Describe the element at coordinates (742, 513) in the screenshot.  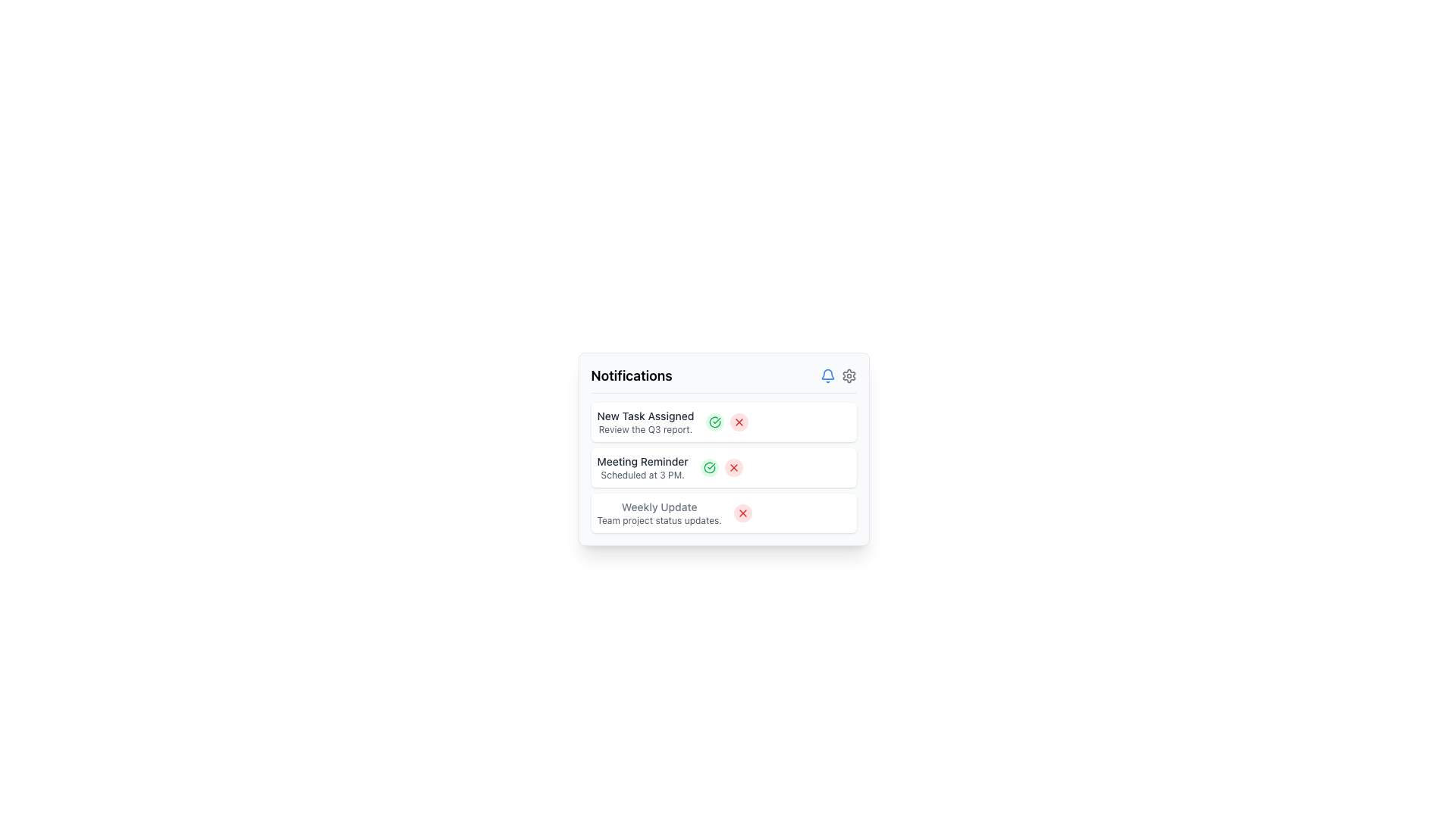
I see `the 'delete' or 'dismiss' button located at the far-right end of the notification block for 'Weekly Update: Team project status updates'` at that location.